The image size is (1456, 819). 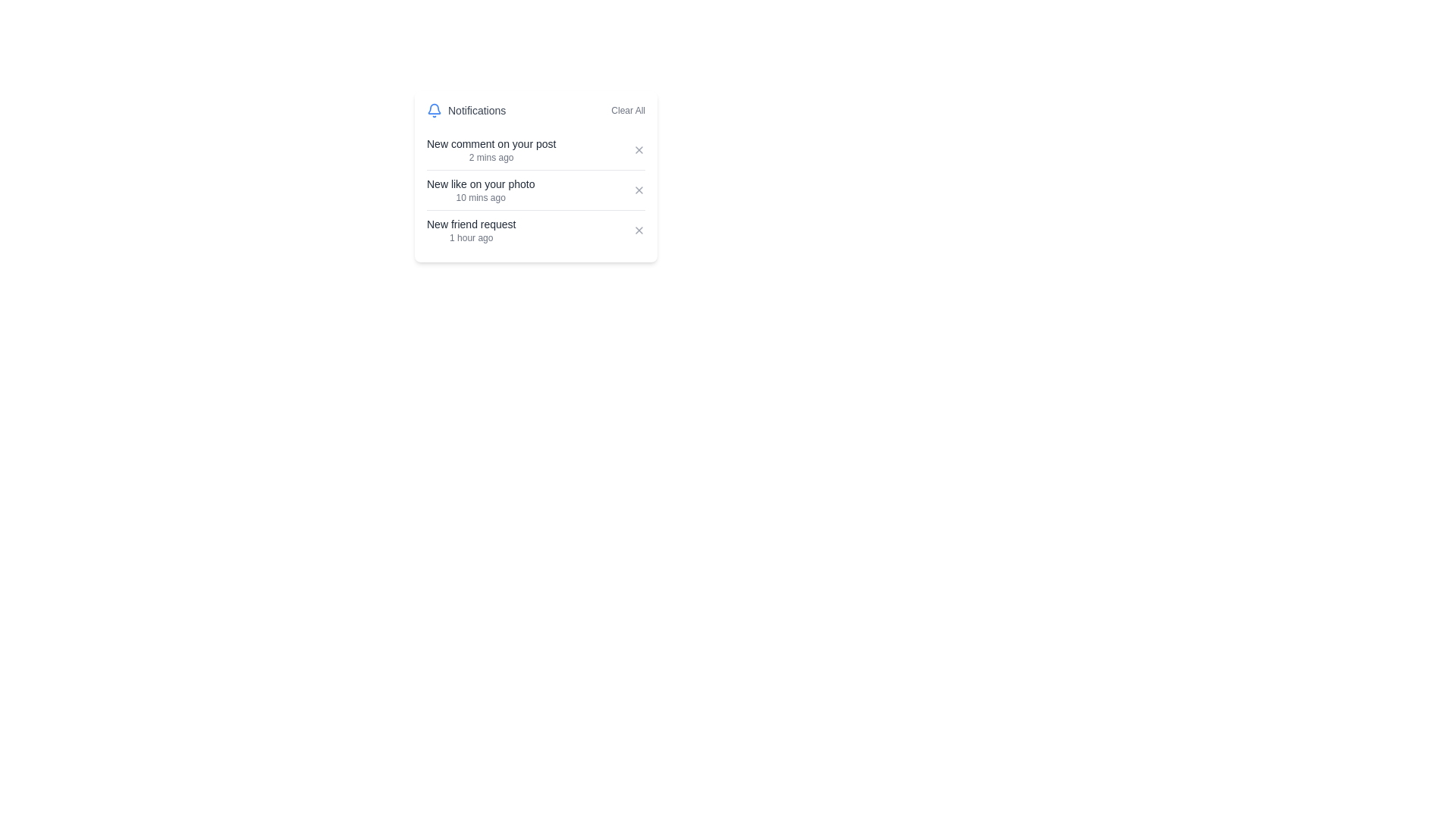 I want to click on text displayed in the text label showing 'New friend request', which is the first line of text in the third notification entry within the notifications dropdown, so click(x=470, y=224).